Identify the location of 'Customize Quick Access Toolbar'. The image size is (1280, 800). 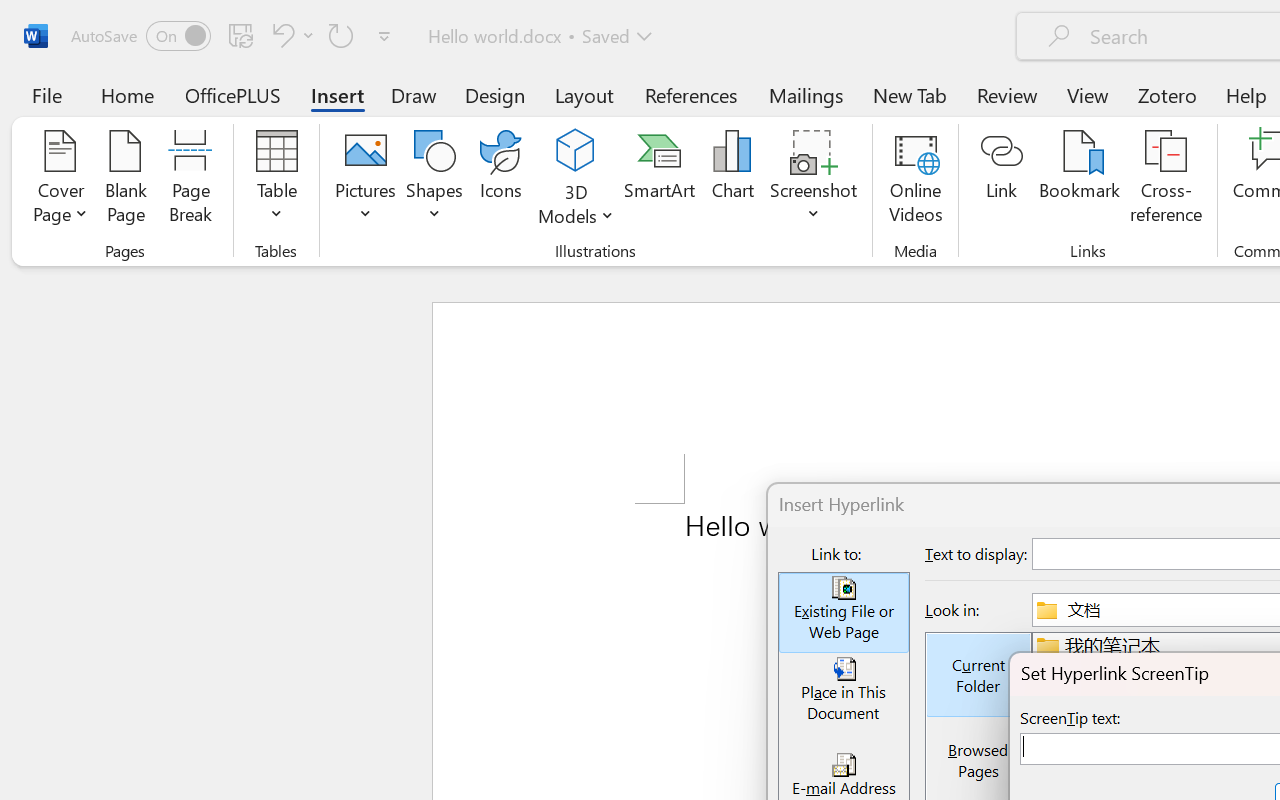
(384, 35).